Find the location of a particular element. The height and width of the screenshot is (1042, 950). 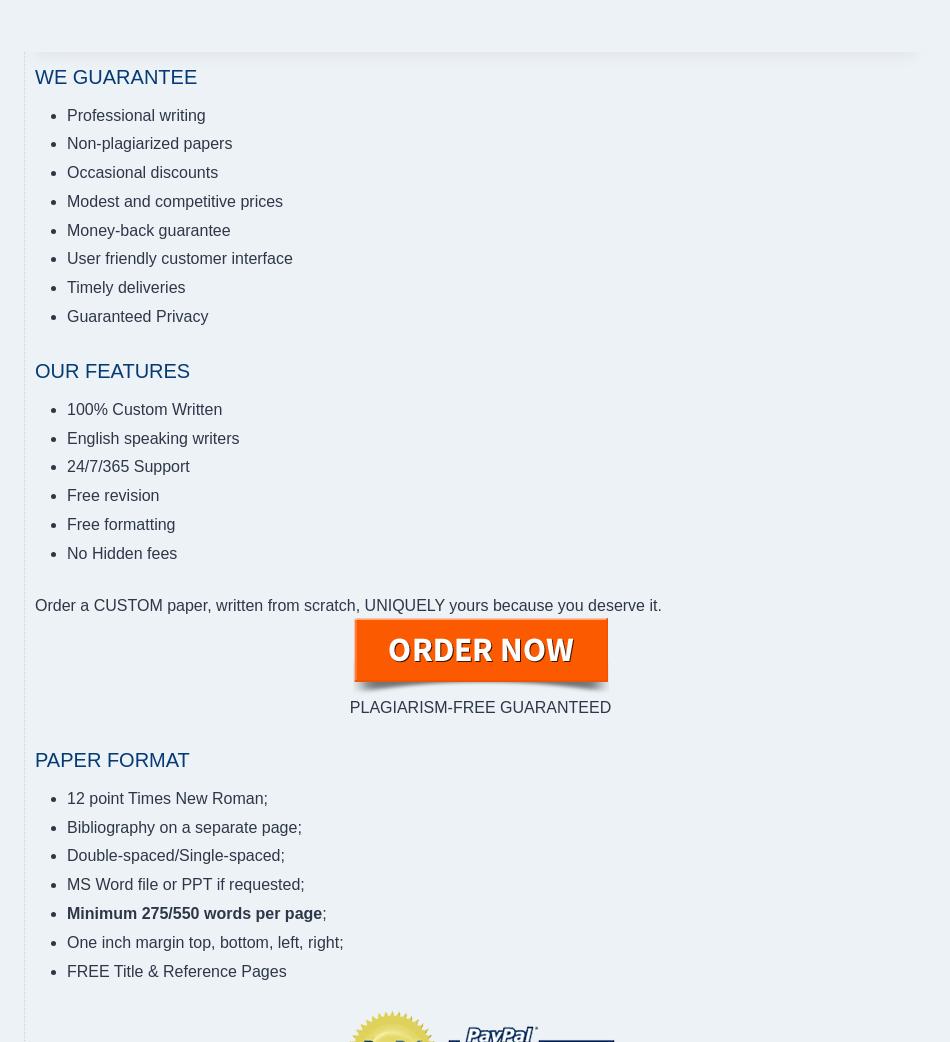

'We Guarantee' is located at coordinates (115, 74).